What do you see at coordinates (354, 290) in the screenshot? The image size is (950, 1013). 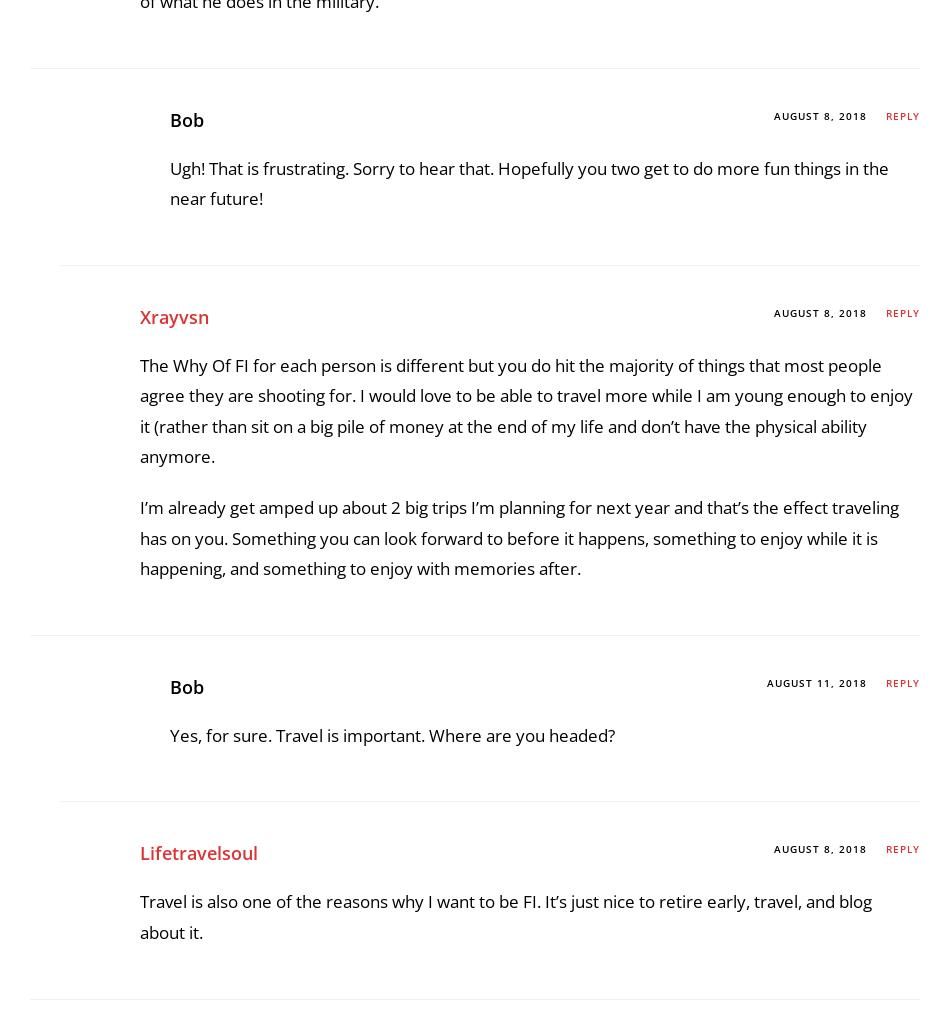 I see `'.'` at bounding box center [354, 290].